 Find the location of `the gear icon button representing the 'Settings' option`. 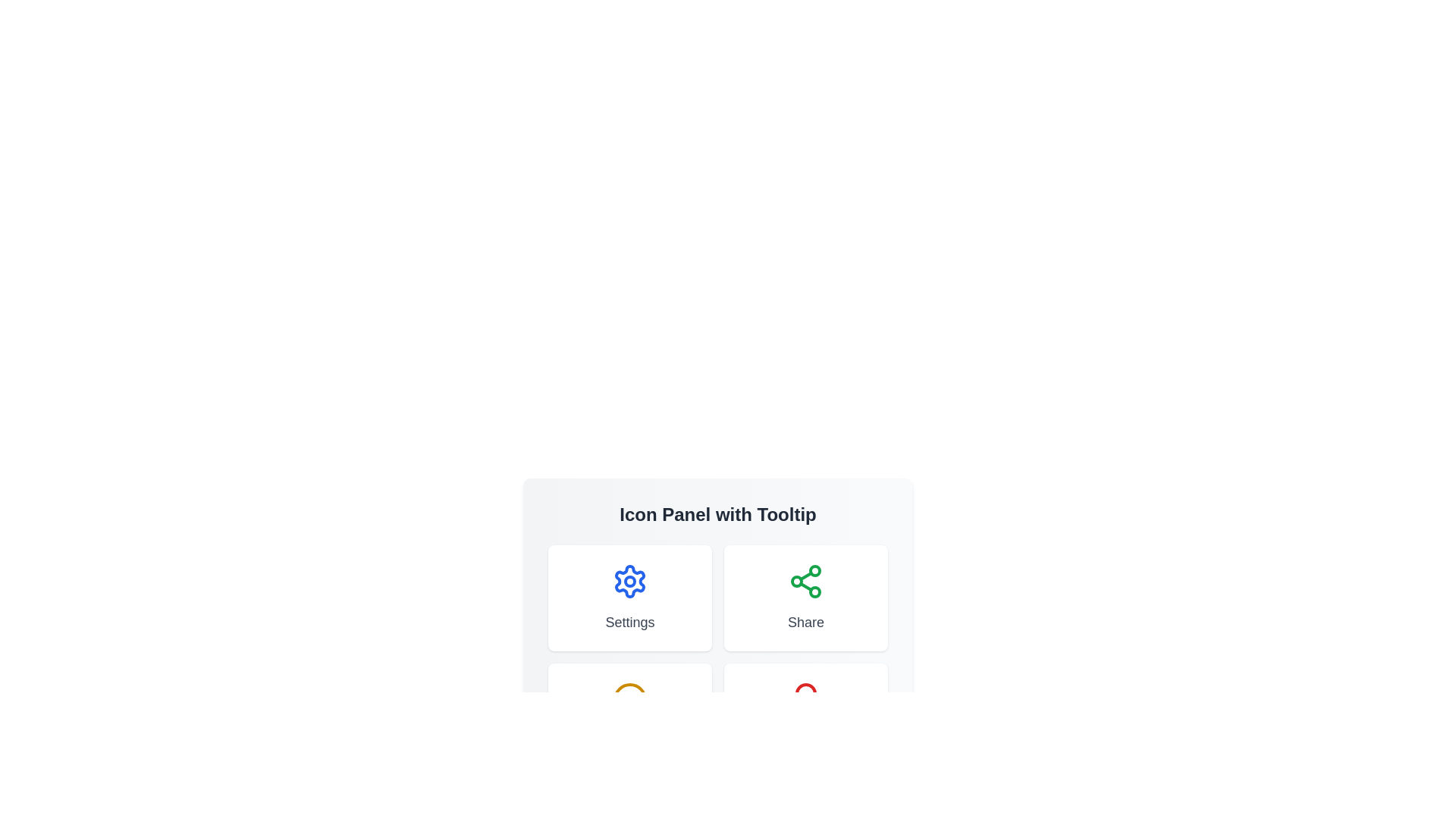

the gear icon button representing the 'Settings' option is located at coordinates (629, 581).